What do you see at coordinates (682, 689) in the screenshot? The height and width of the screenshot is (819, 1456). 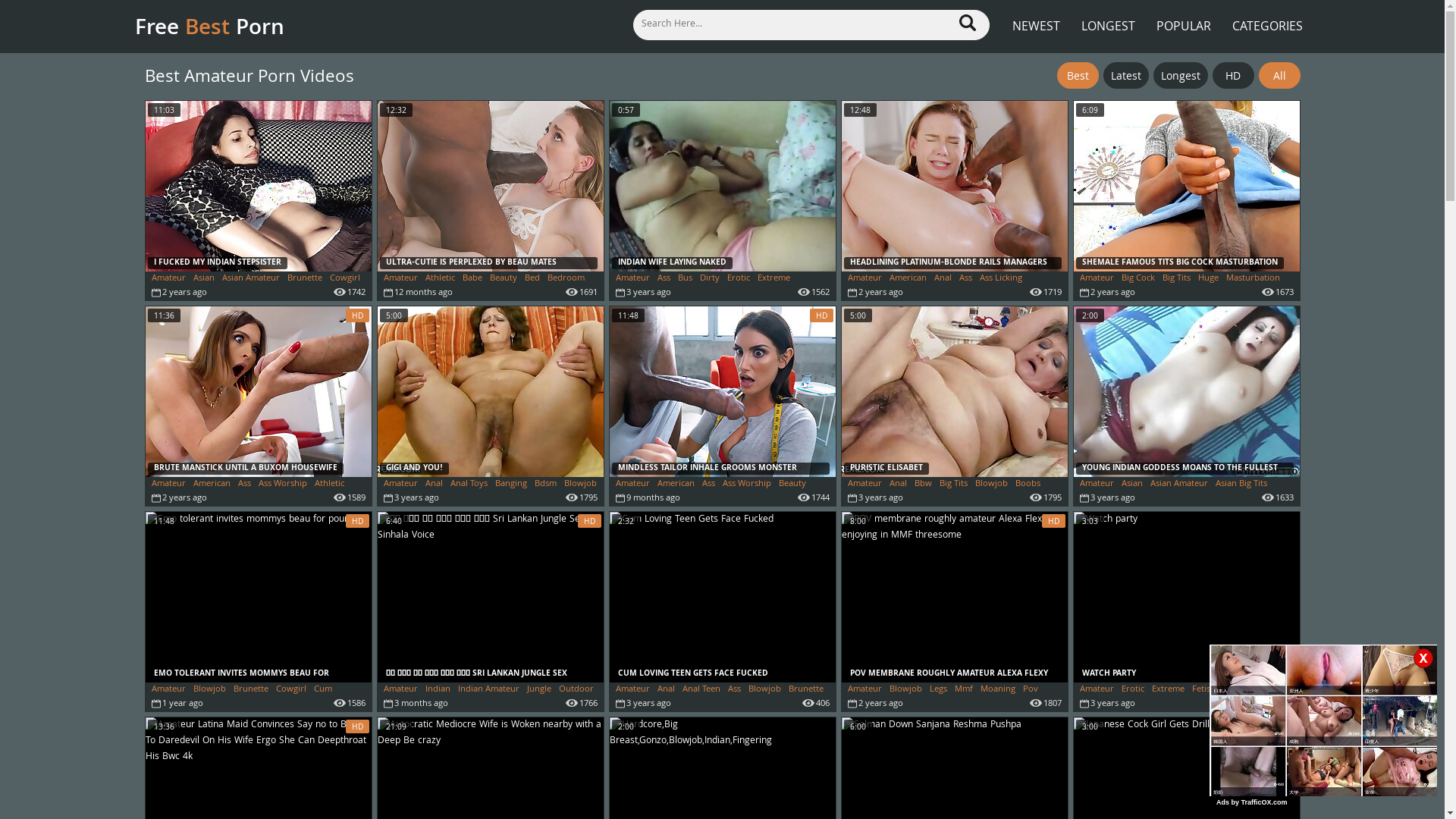 I see `'Anal Teen'` at bounding box center [682, 689].